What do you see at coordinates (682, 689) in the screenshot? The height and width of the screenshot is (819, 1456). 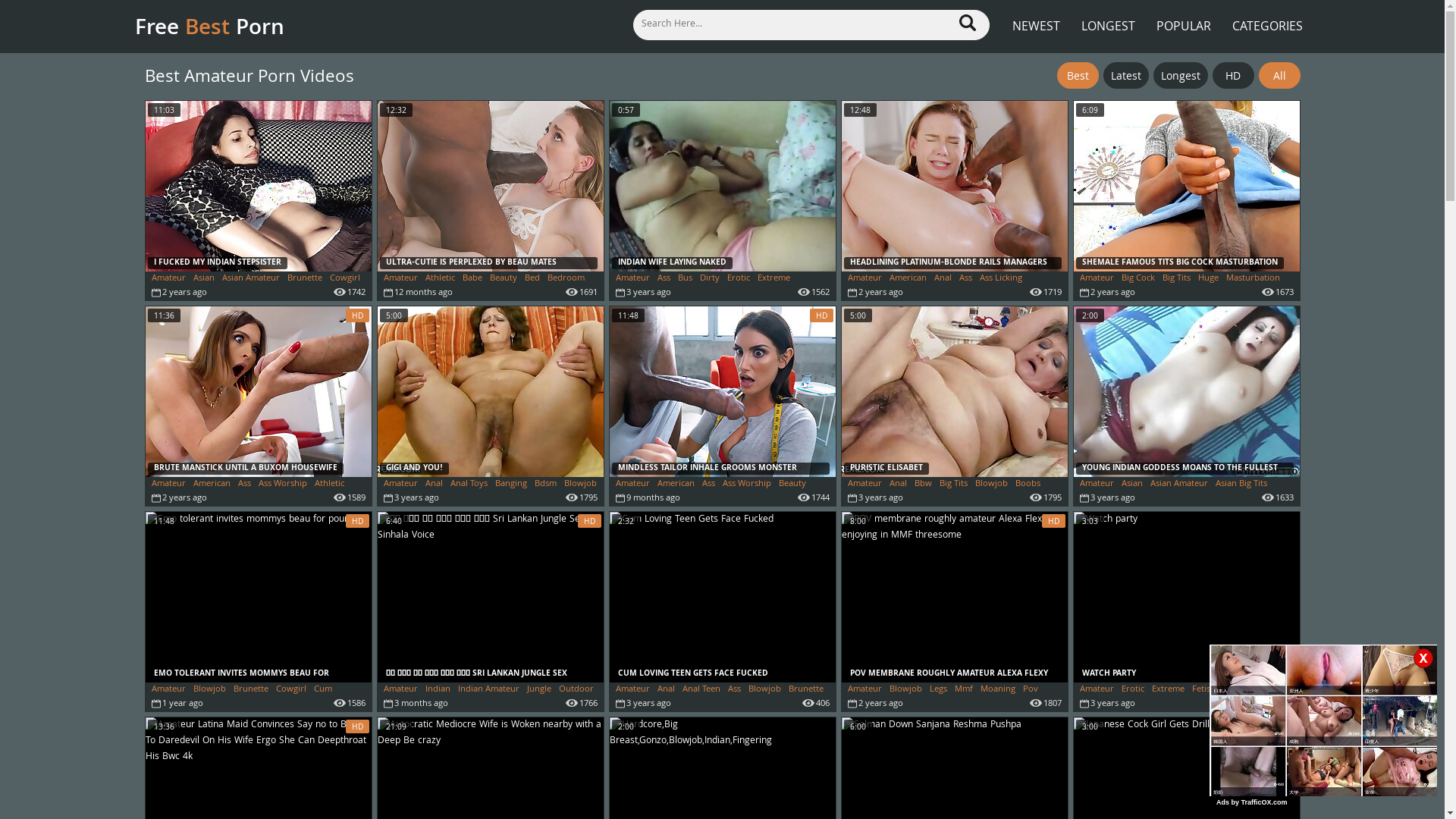 I see `'Anal Teen'` at bounding box center [682, 689].